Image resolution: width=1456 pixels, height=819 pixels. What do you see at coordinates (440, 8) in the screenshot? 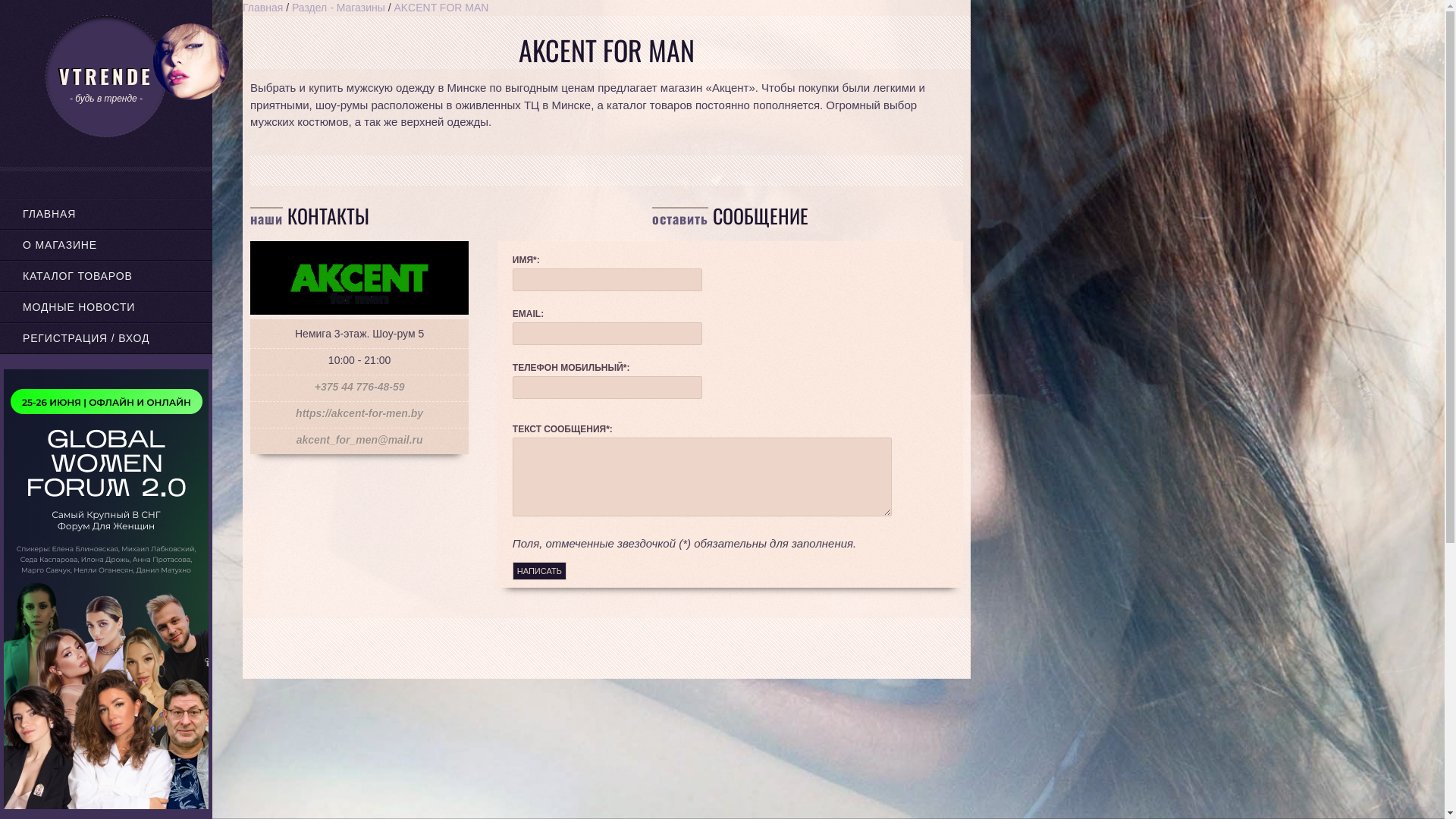
I see `'AKCENT FOR MAN'` at bounding box center [440, 8].